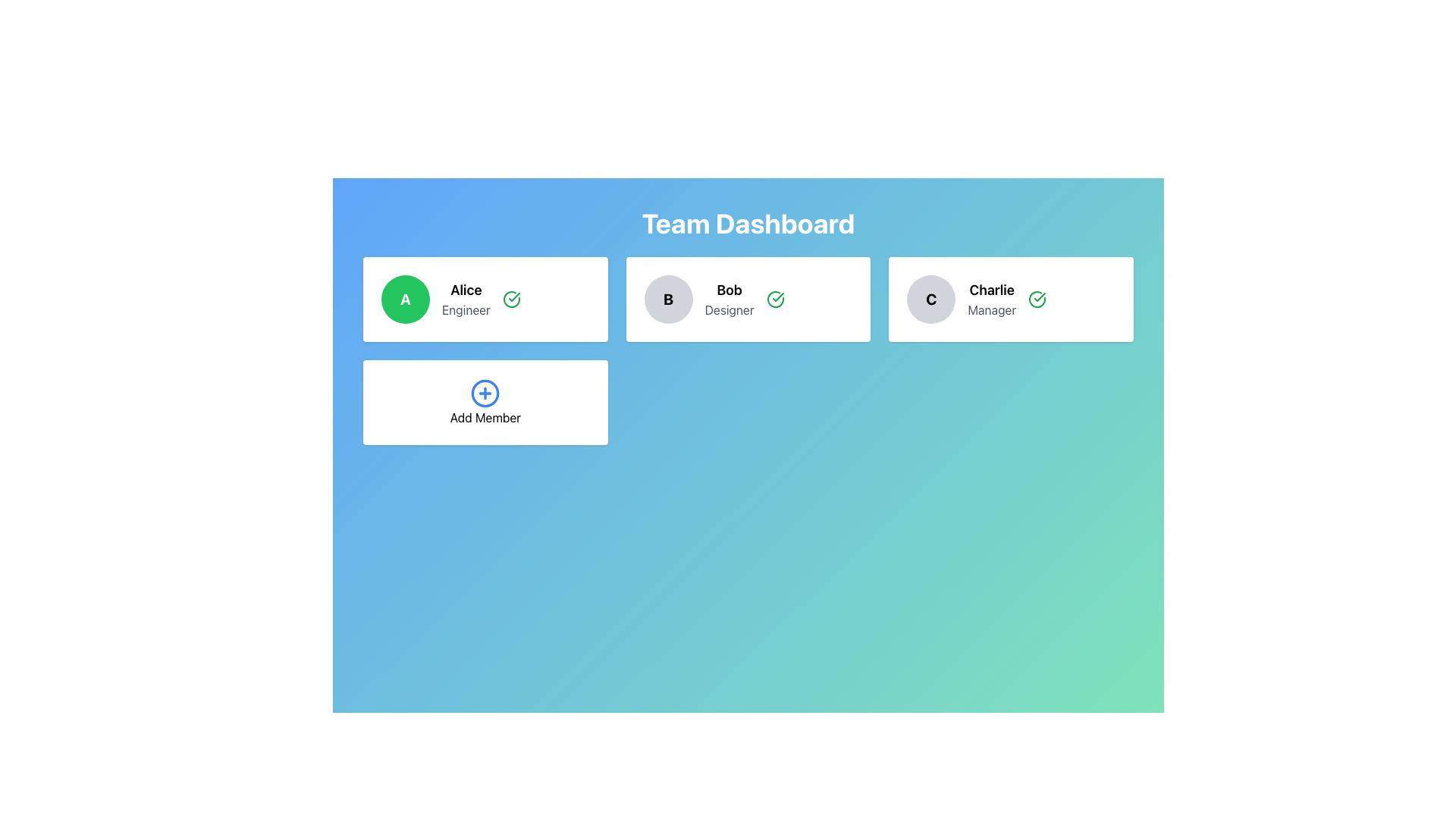  I want to click on the circular green Avatar Circle Badge with a white capital 'A' centered within it, located on the left side of the team member card layout, so click(405, 299).